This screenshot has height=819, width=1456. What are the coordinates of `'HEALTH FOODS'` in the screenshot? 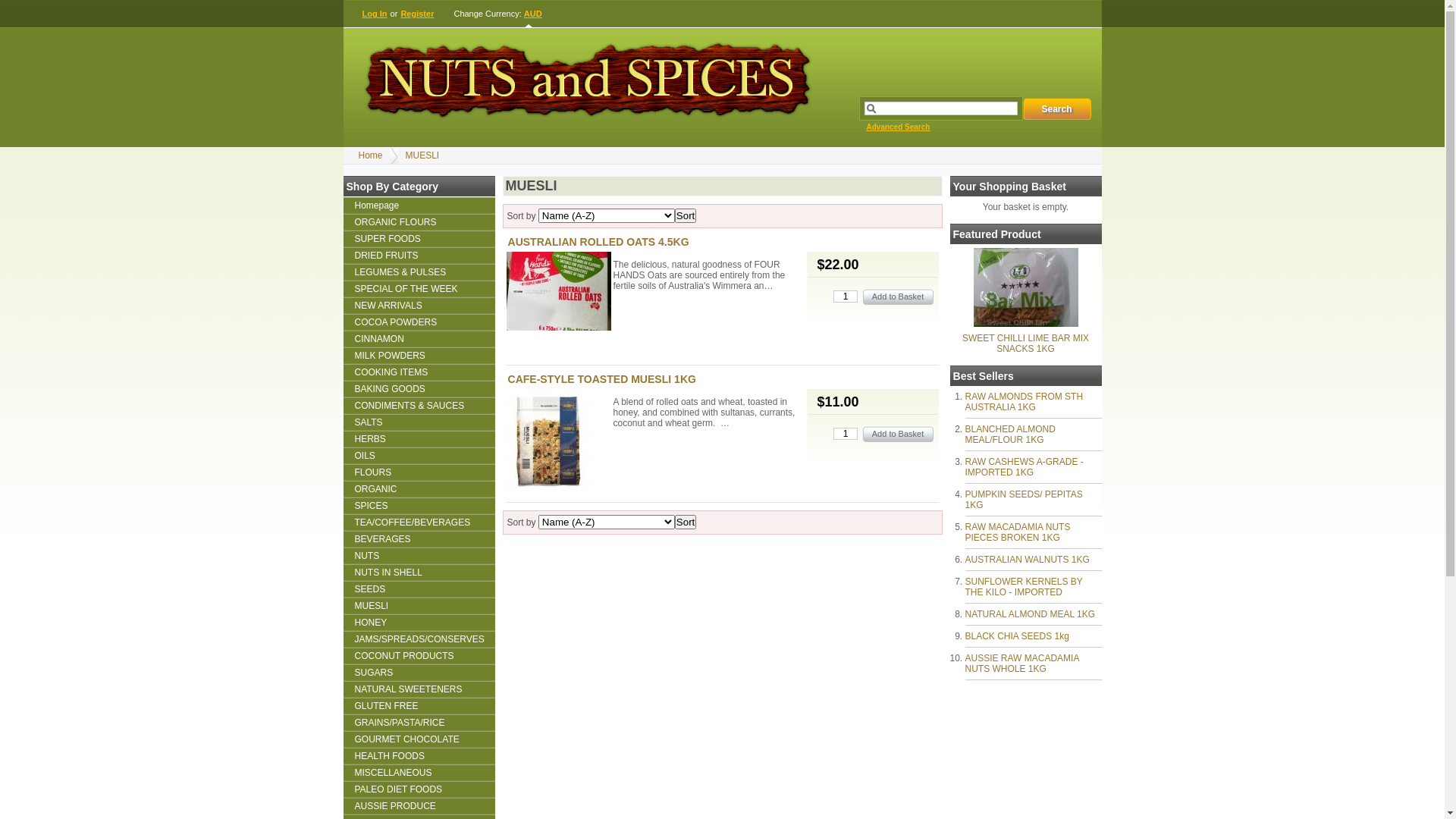 It's located at (419, 755).